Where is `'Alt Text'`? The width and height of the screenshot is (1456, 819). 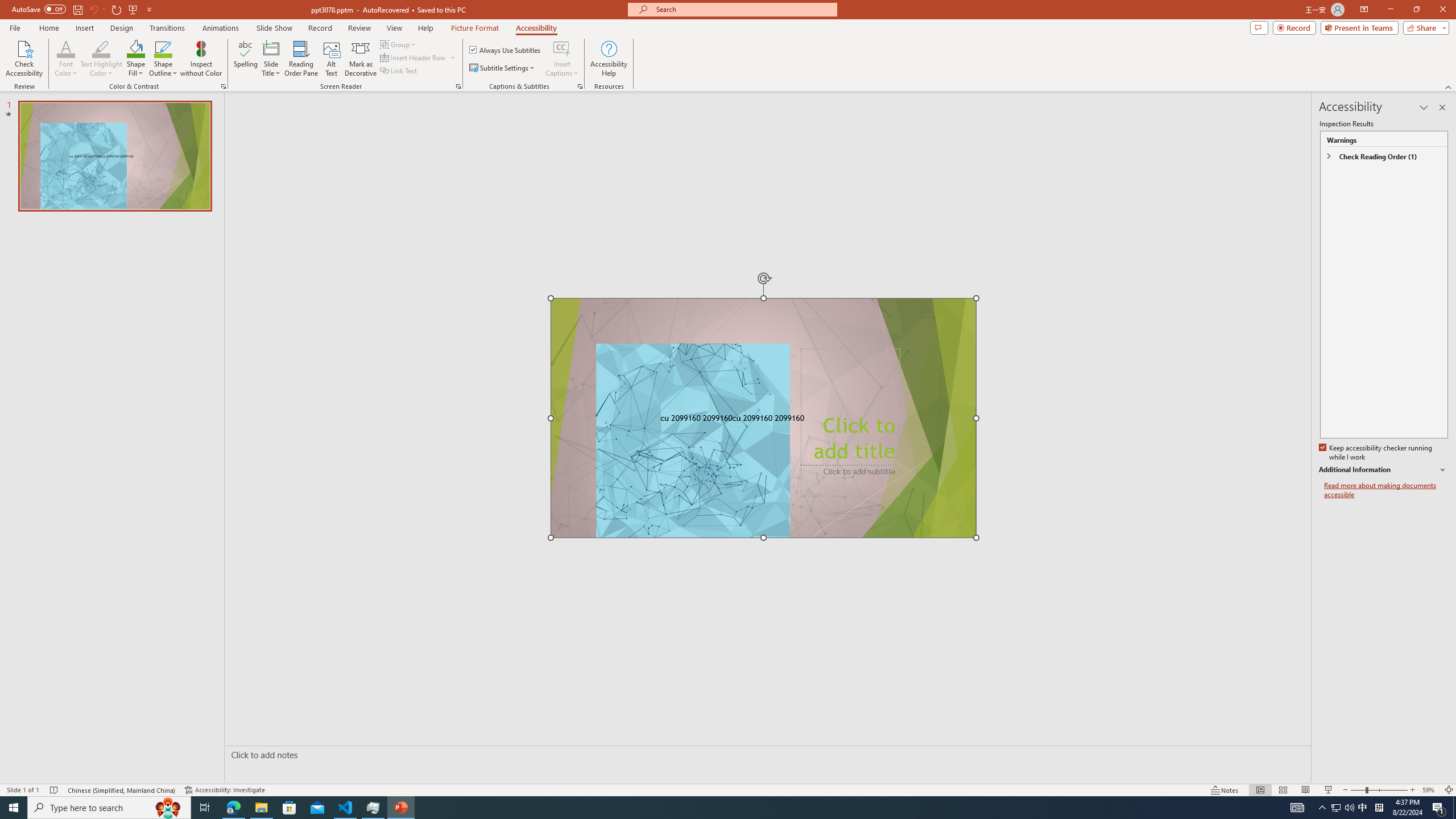
'Alt Text' is located at coordinates (331, 59).